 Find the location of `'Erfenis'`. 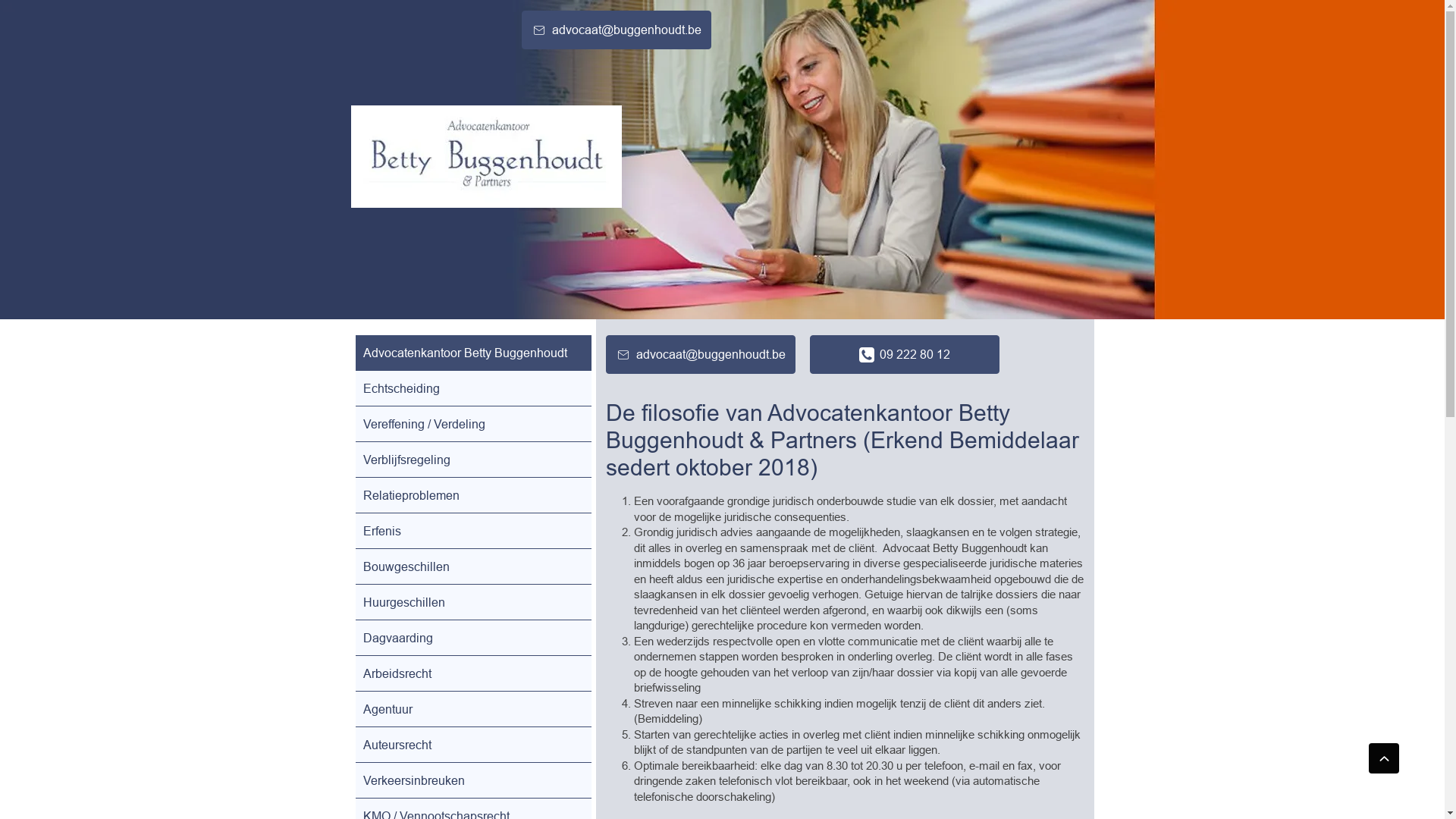

'Erfenis' is located at coordinates (472, 529).